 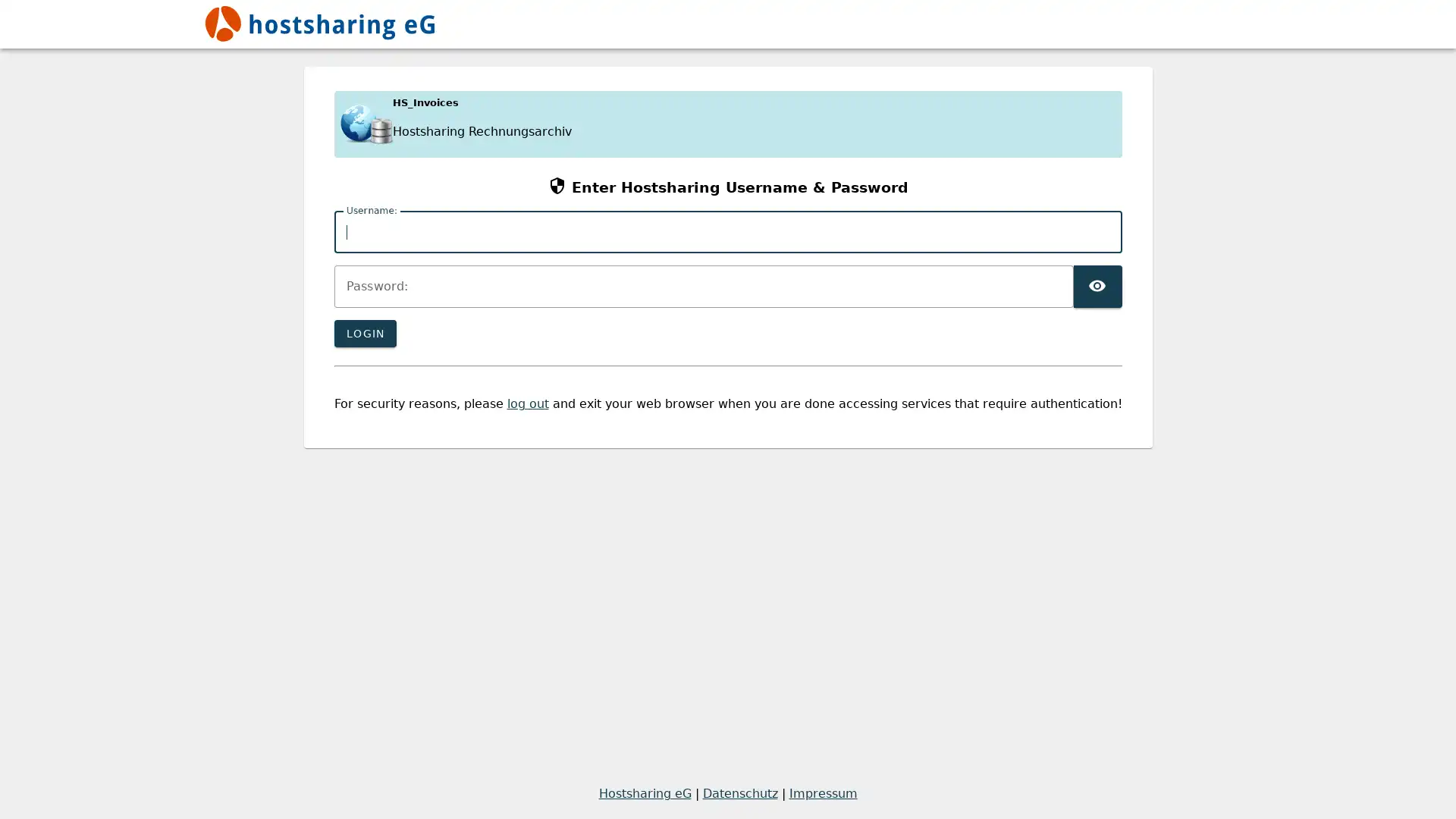 What do you see at coordinates (1097, 287) in the screenshot?
I see `TOGGLE PASSWORD` at bounding box center [1097, 287].